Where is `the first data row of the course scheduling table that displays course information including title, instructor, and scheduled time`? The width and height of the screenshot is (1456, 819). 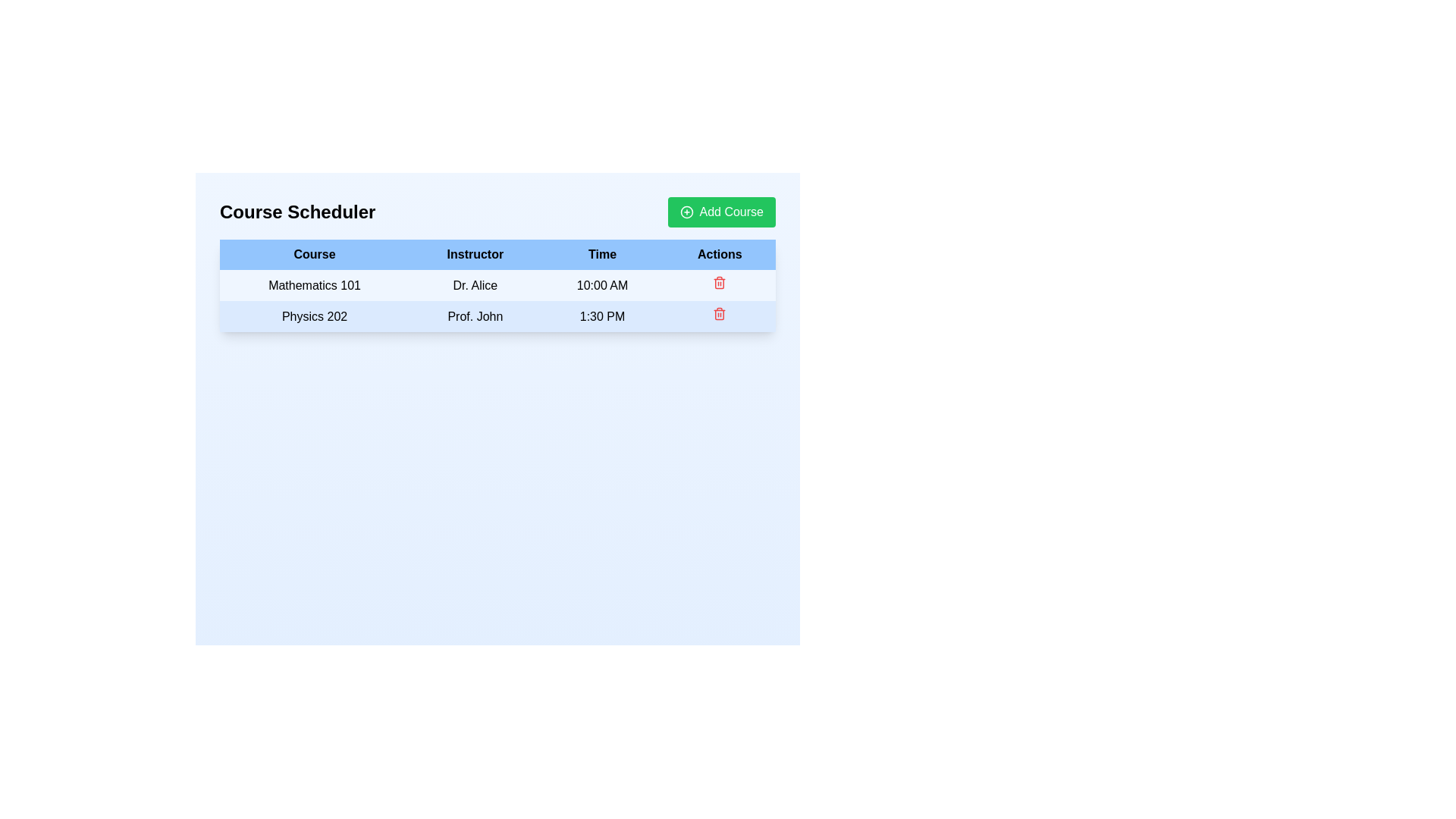 the first data row of the course scheduling table that displays course information including title, instructor, and scheduled time is located at coordinates (497, 301).